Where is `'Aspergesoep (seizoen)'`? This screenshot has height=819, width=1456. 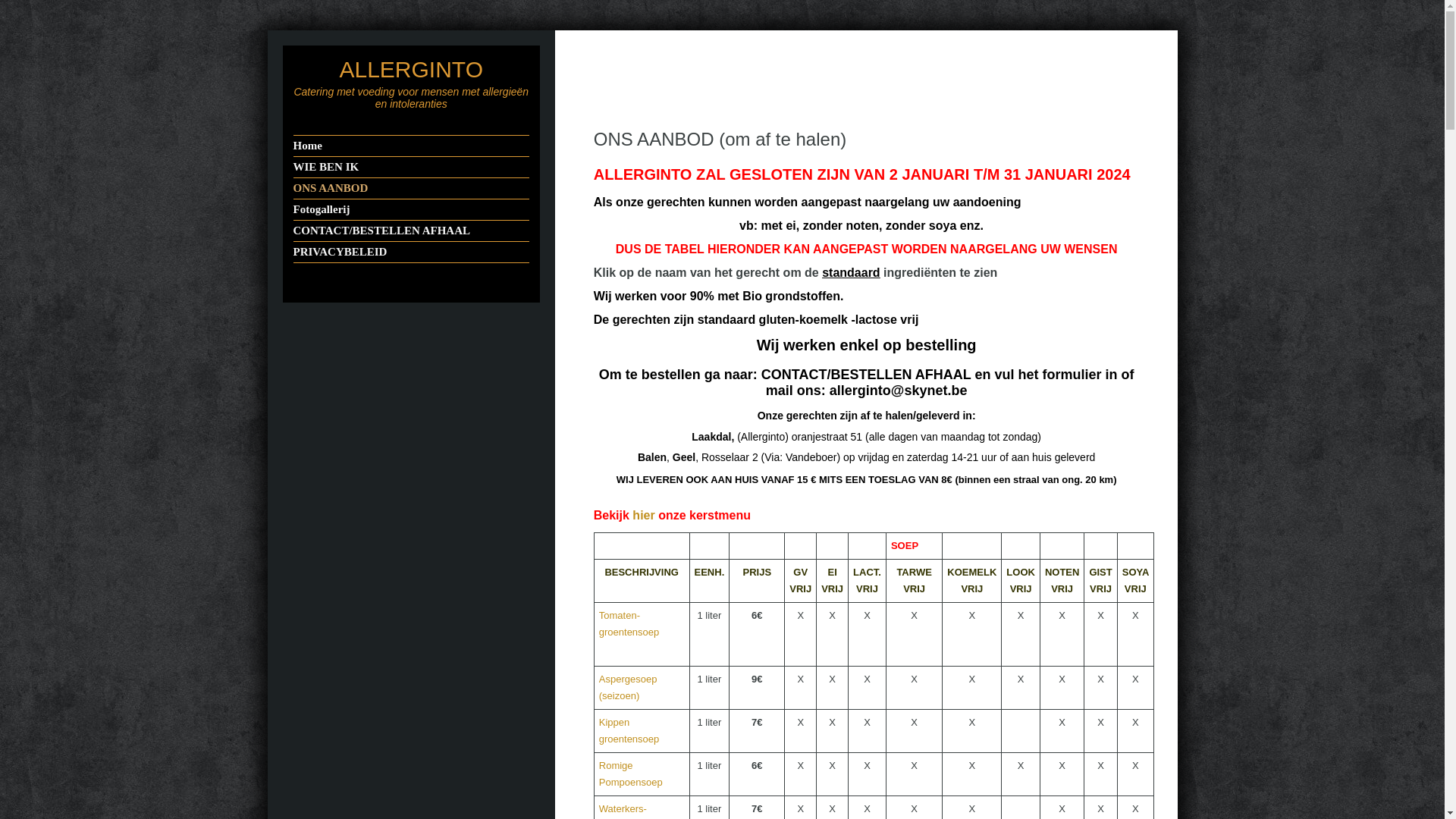
'Aspergesoep (seizoen)' is located at coordinates (628, 687).